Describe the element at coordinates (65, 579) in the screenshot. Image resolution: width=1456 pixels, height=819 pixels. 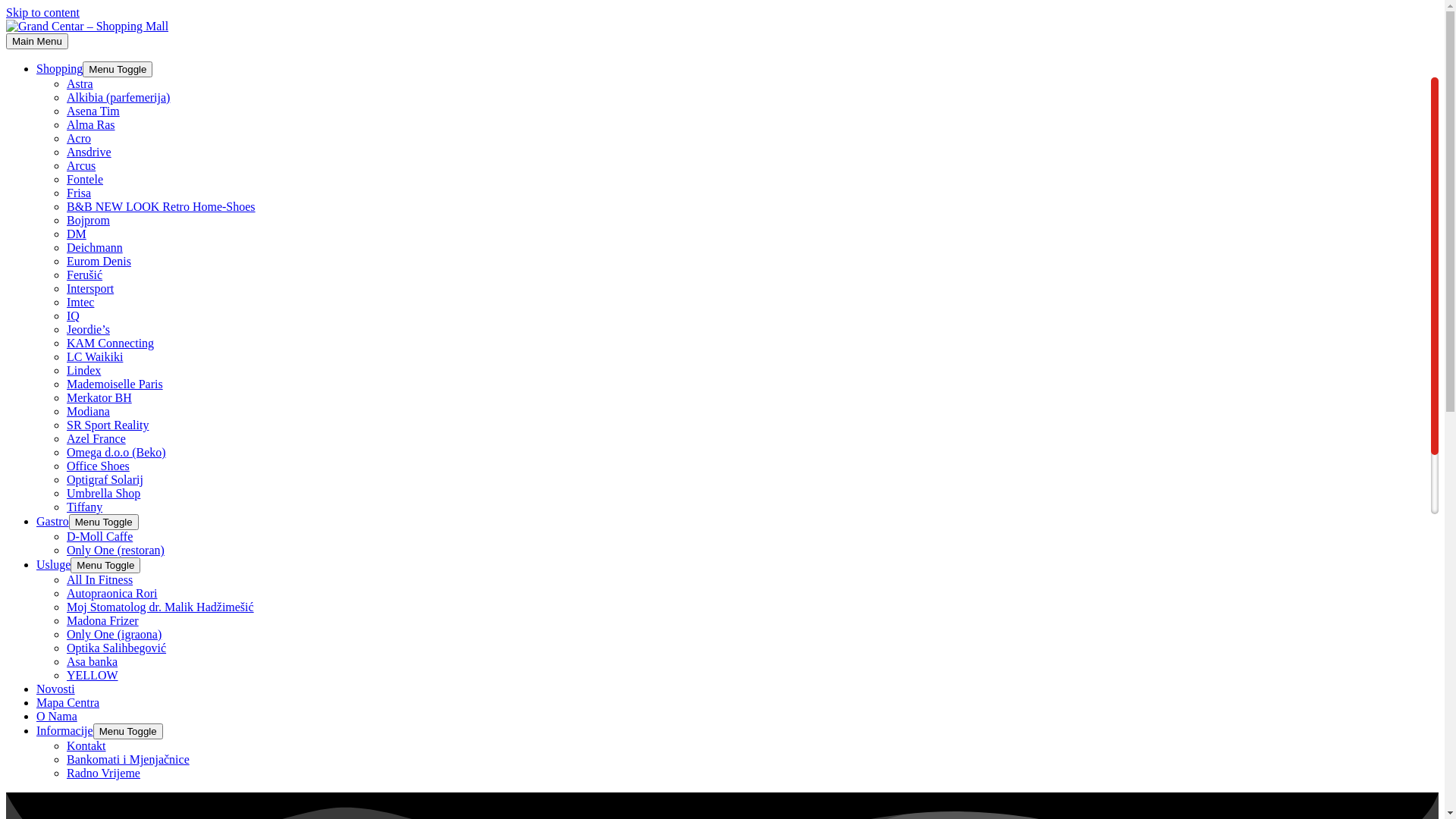
I see `'All In Fitness'` at that location.